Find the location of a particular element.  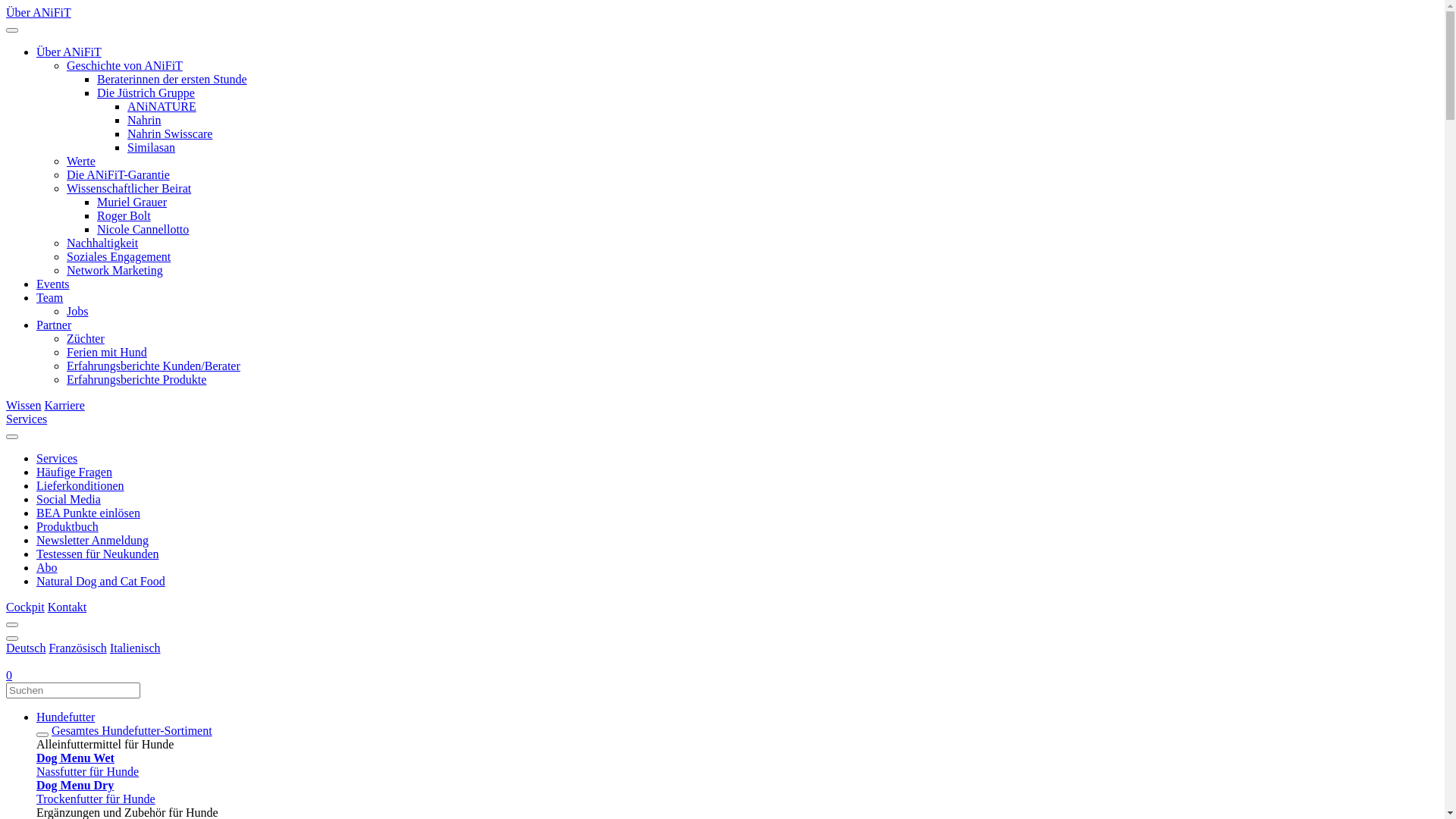

'Natural Dog and Cat Food' is located at coordinates (100, 580).